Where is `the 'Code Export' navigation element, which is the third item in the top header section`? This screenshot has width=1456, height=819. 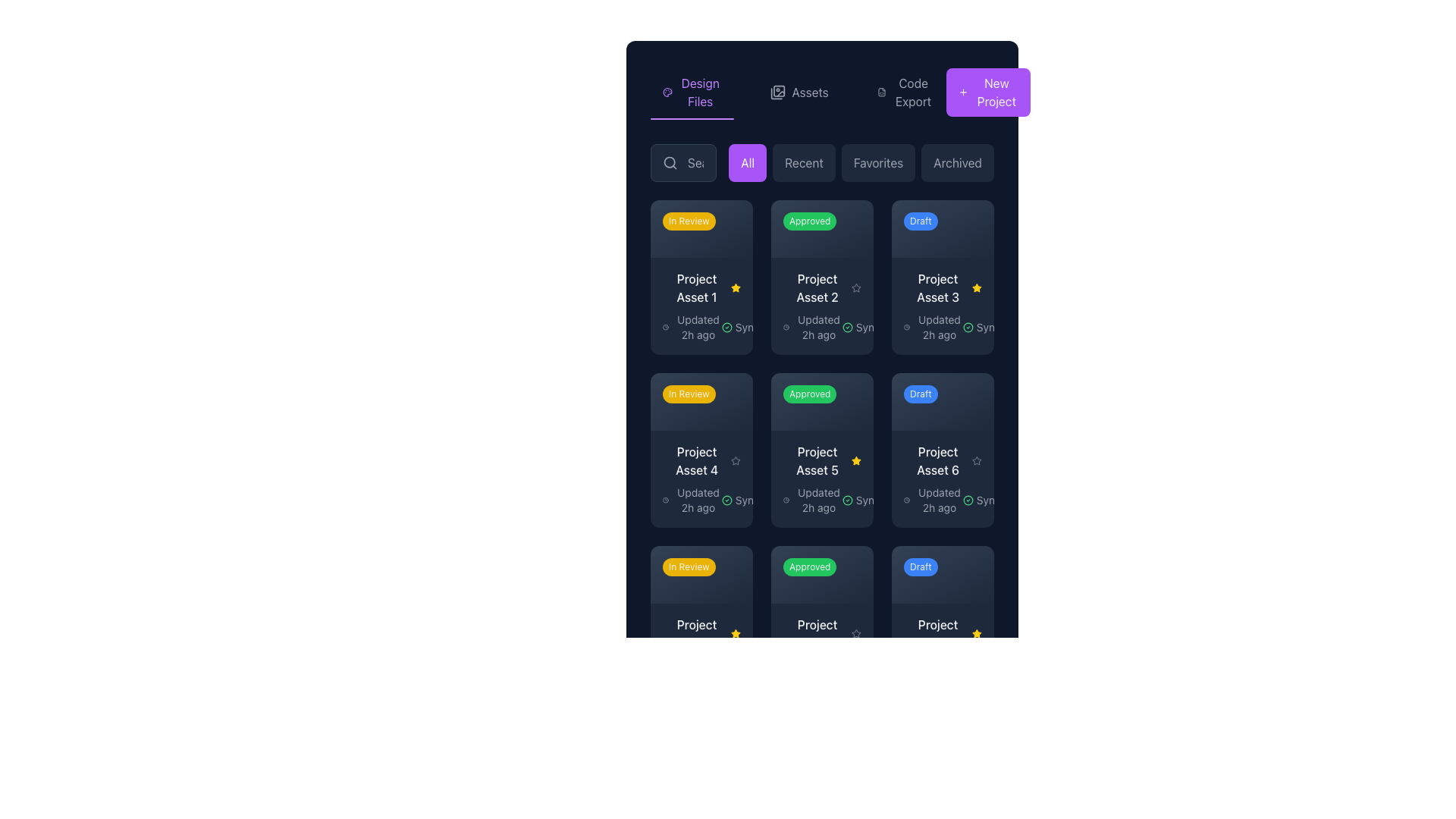
the 'Code Export' navigation element, which is the third item in the top header section is located at coordinates (905, 93).